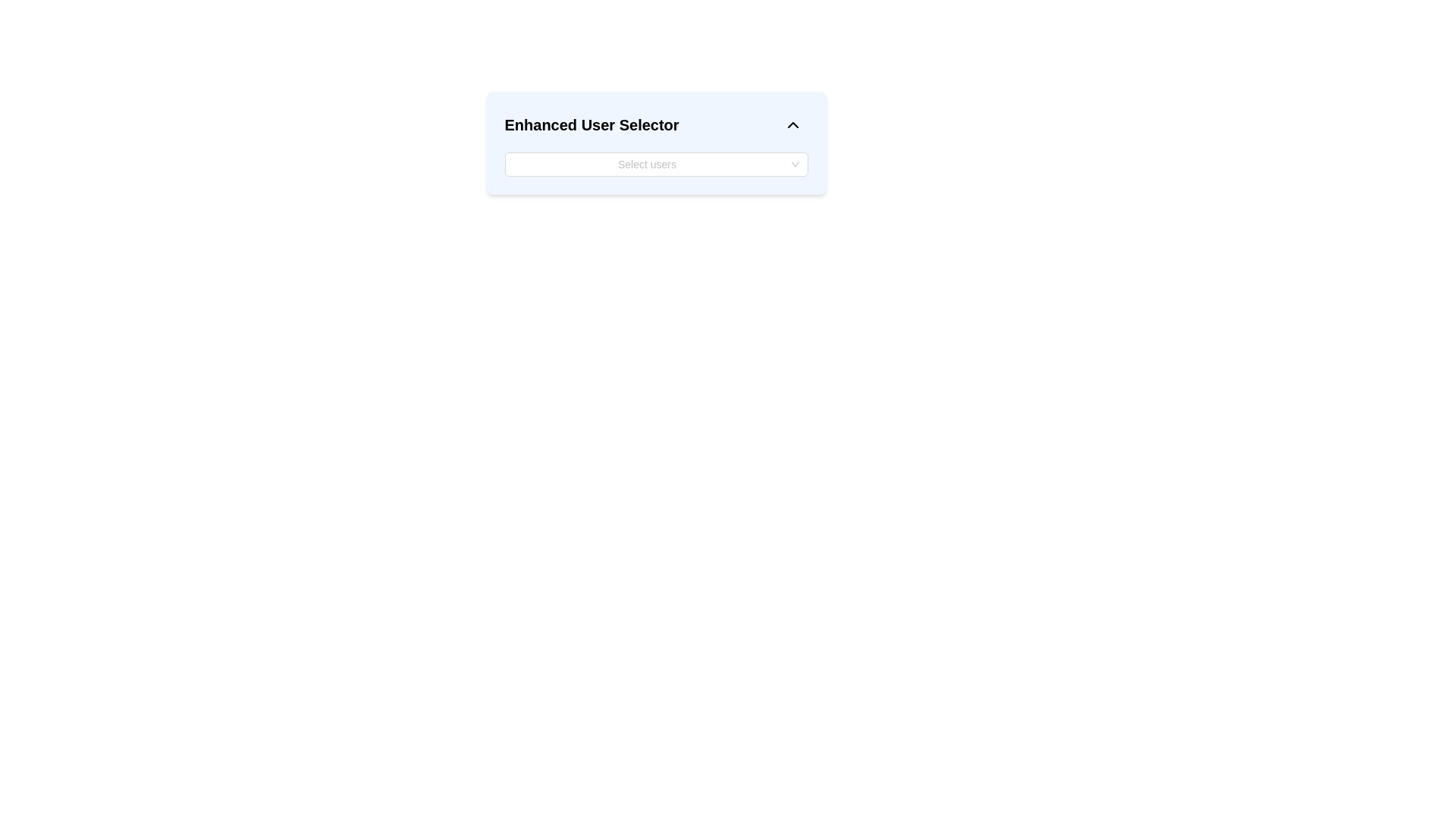 Image resolution: width=1456 pixels, height=819 pixels. I want to click on the non-interactive placeholder element located inside the 'Select users' dropdown component of the 'Enhanced User Selector' section, so click(515, 164).